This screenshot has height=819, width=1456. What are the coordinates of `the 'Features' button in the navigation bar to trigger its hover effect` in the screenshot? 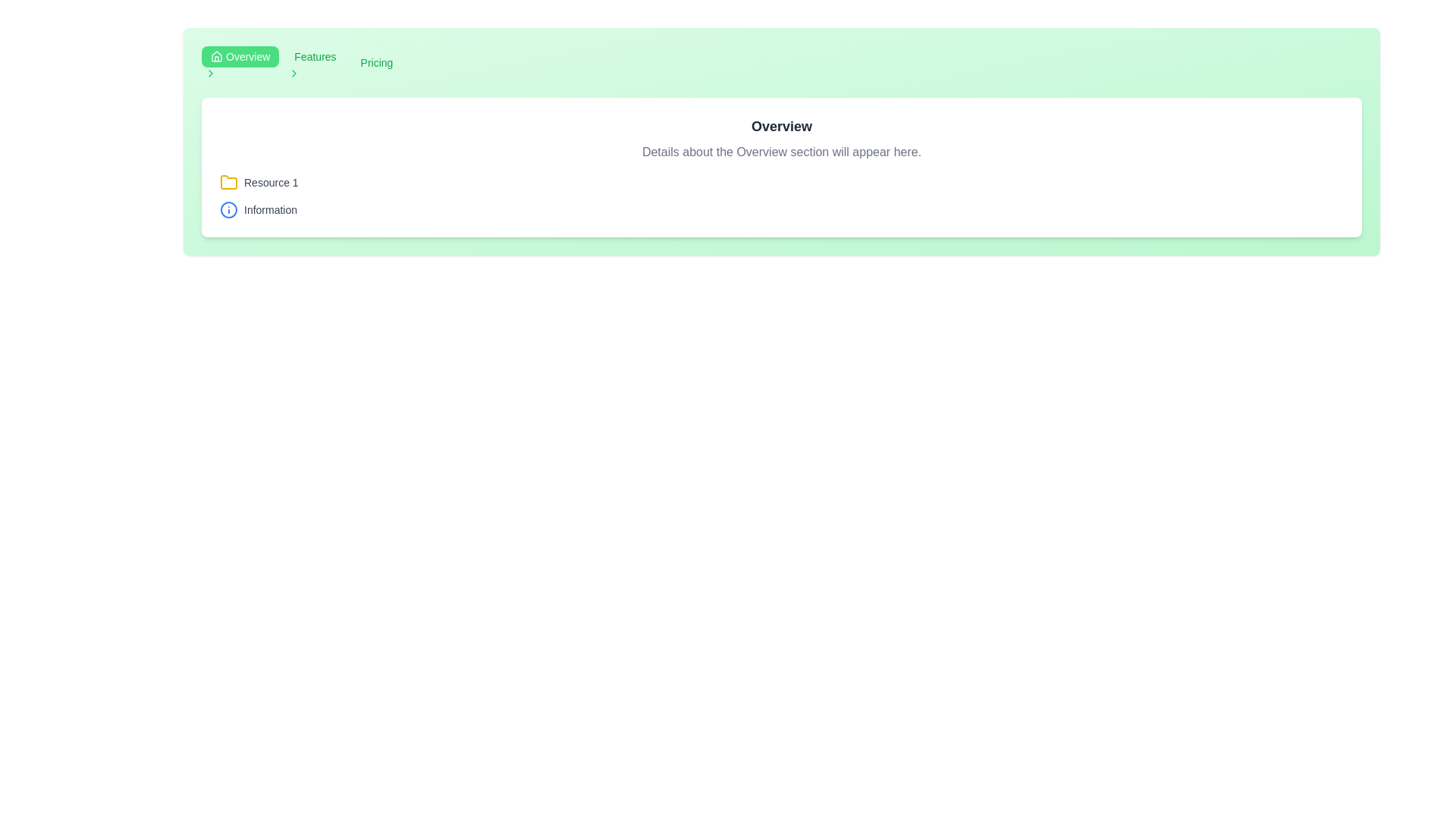 It's located at (315, 62).